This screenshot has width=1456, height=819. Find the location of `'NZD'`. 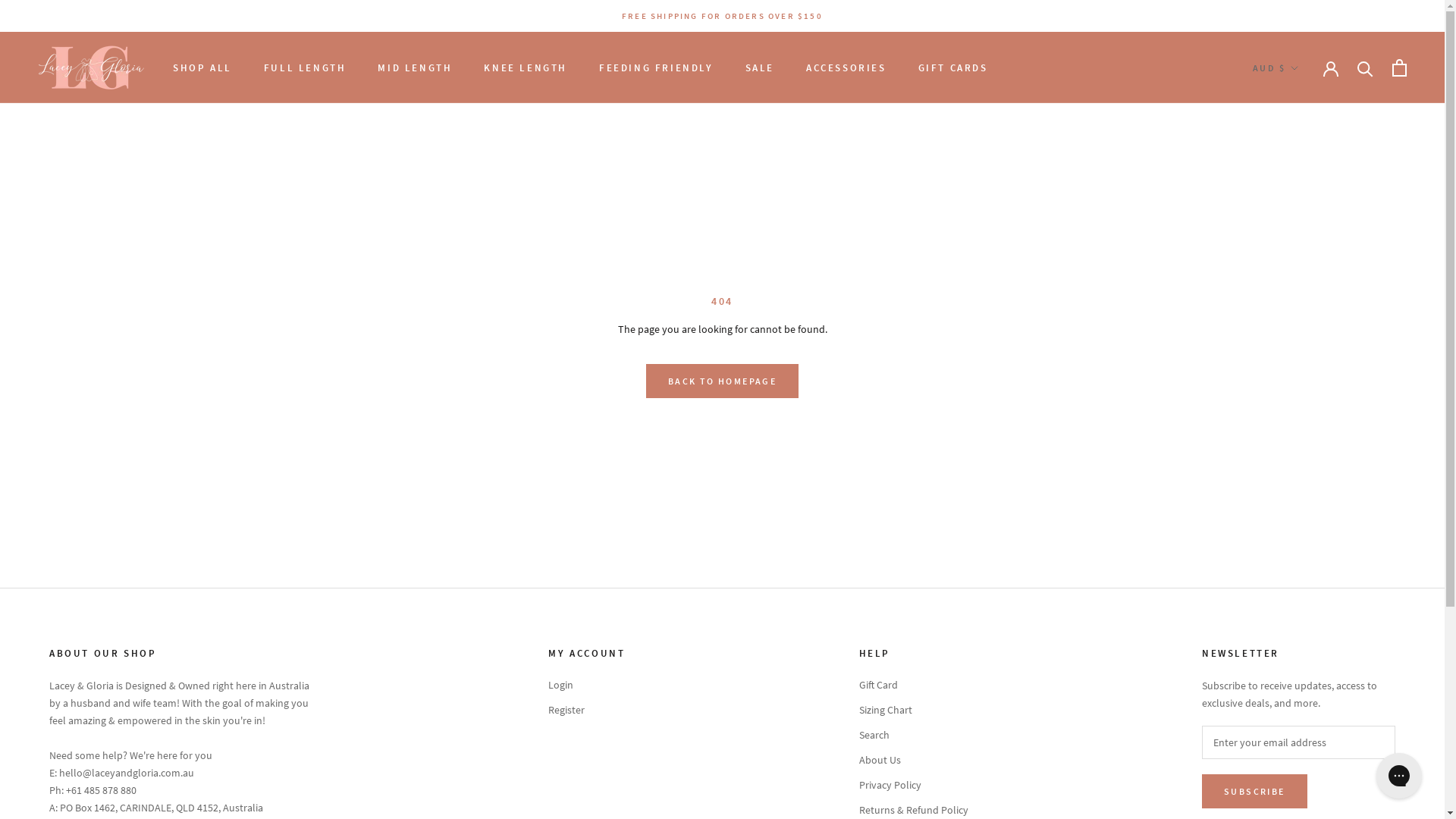

'NZD' is located at coordinates (1292, 192).